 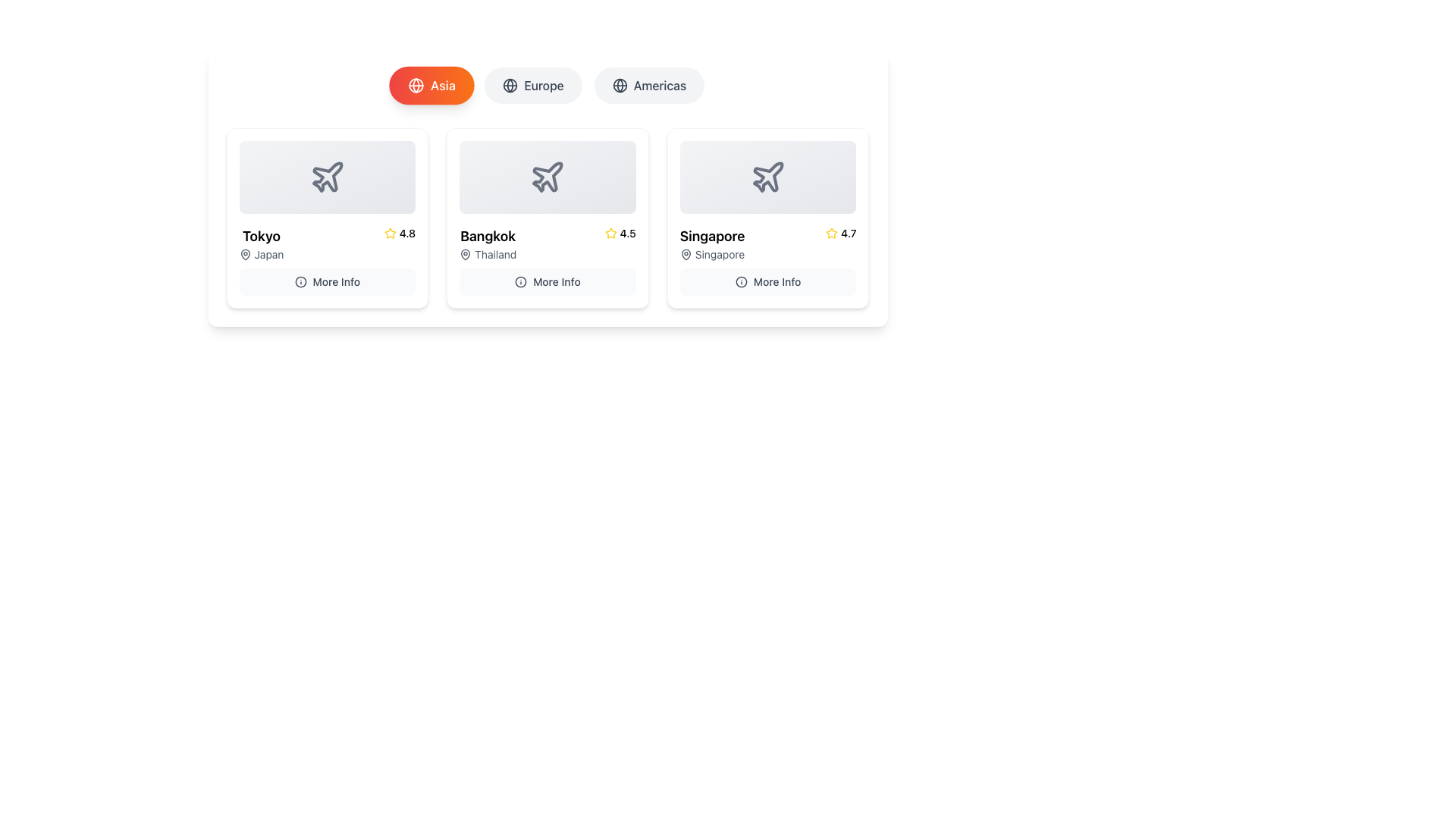 I want to click on the Label with icon that provides contextual information about Tokyo, located directly below the main title 'Tokyo' and to the right of the map pin icon, so click(x=262, y=253).